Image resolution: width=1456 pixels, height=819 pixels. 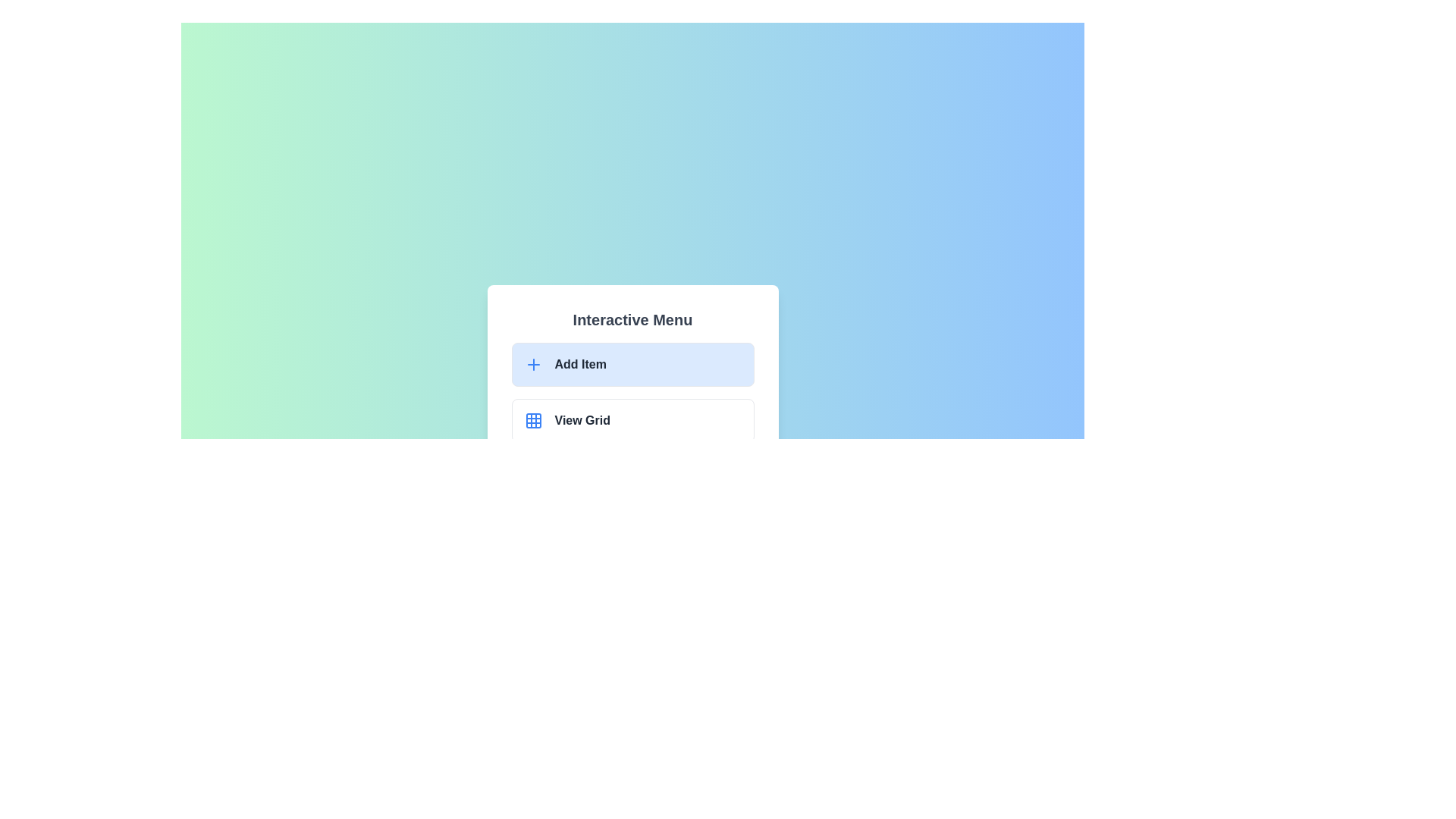 What do you see at coordinates (632, 421) in the screenshot?
I see `the menu item View Grid from the list` at bounding box center [632, 421].